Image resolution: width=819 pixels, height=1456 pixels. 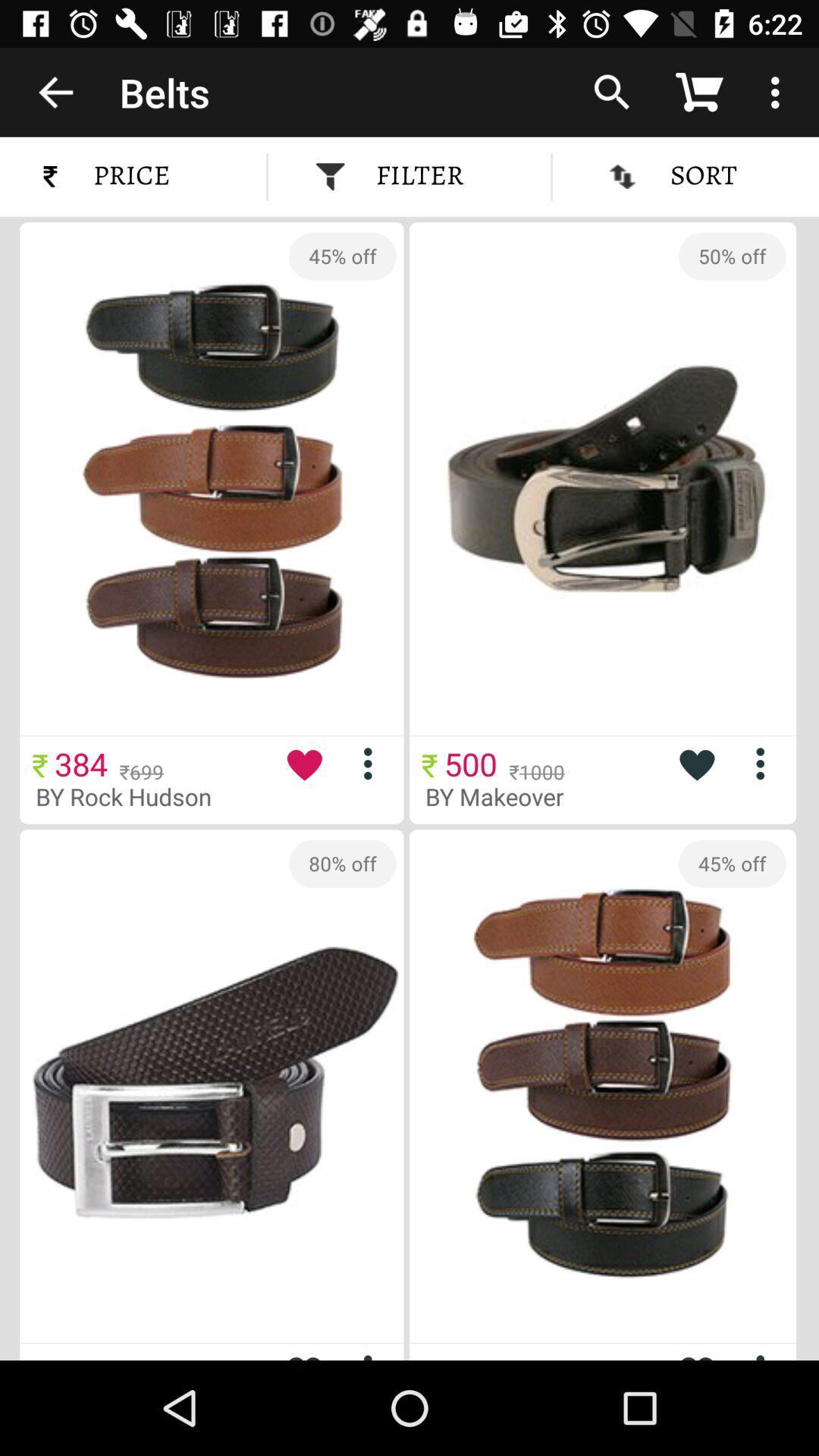 I want to click on item to the left of the belts app, so click(x=55, y=91).